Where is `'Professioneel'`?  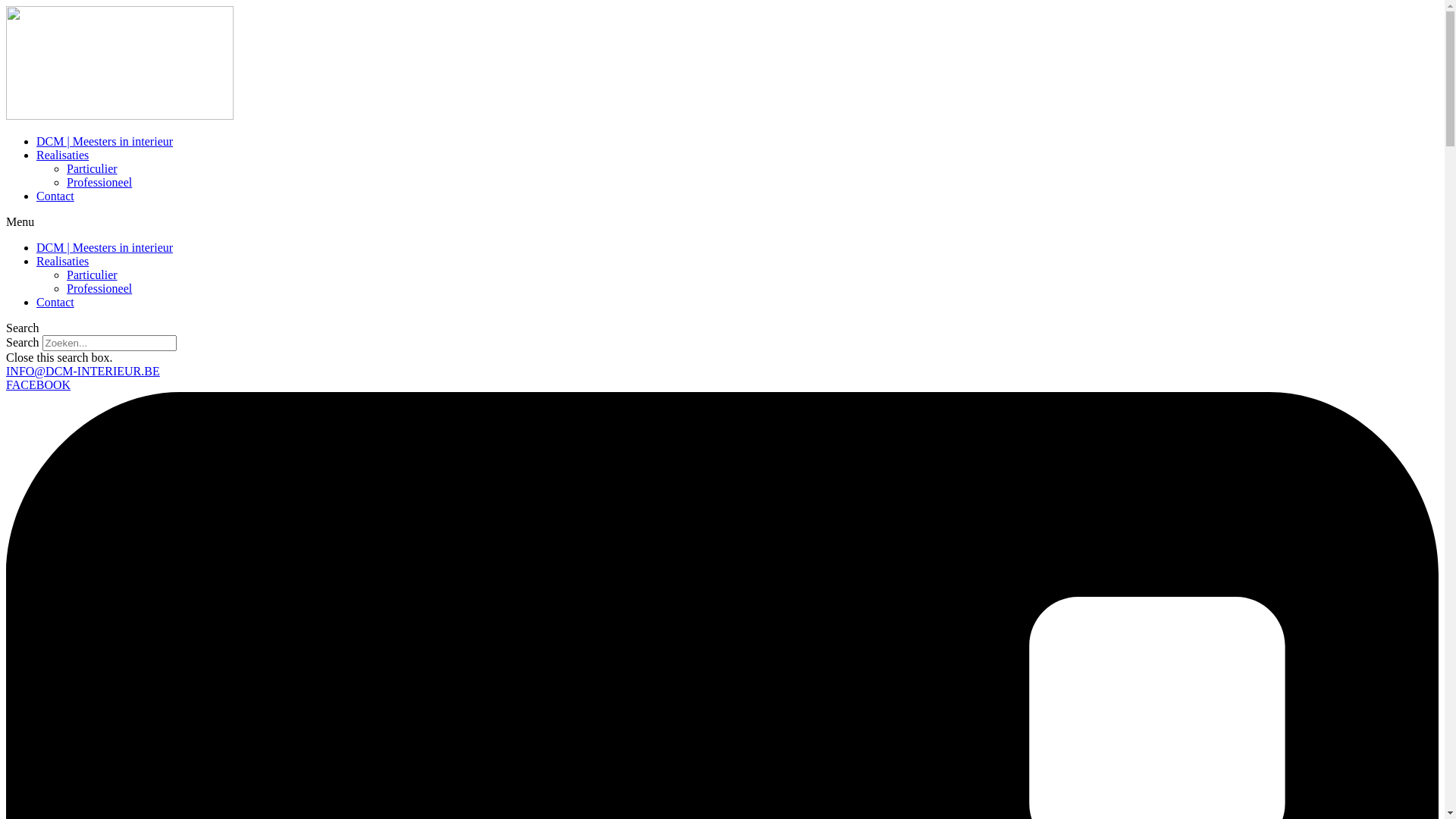
'Professioneel' is located at coordinates (98, 288).